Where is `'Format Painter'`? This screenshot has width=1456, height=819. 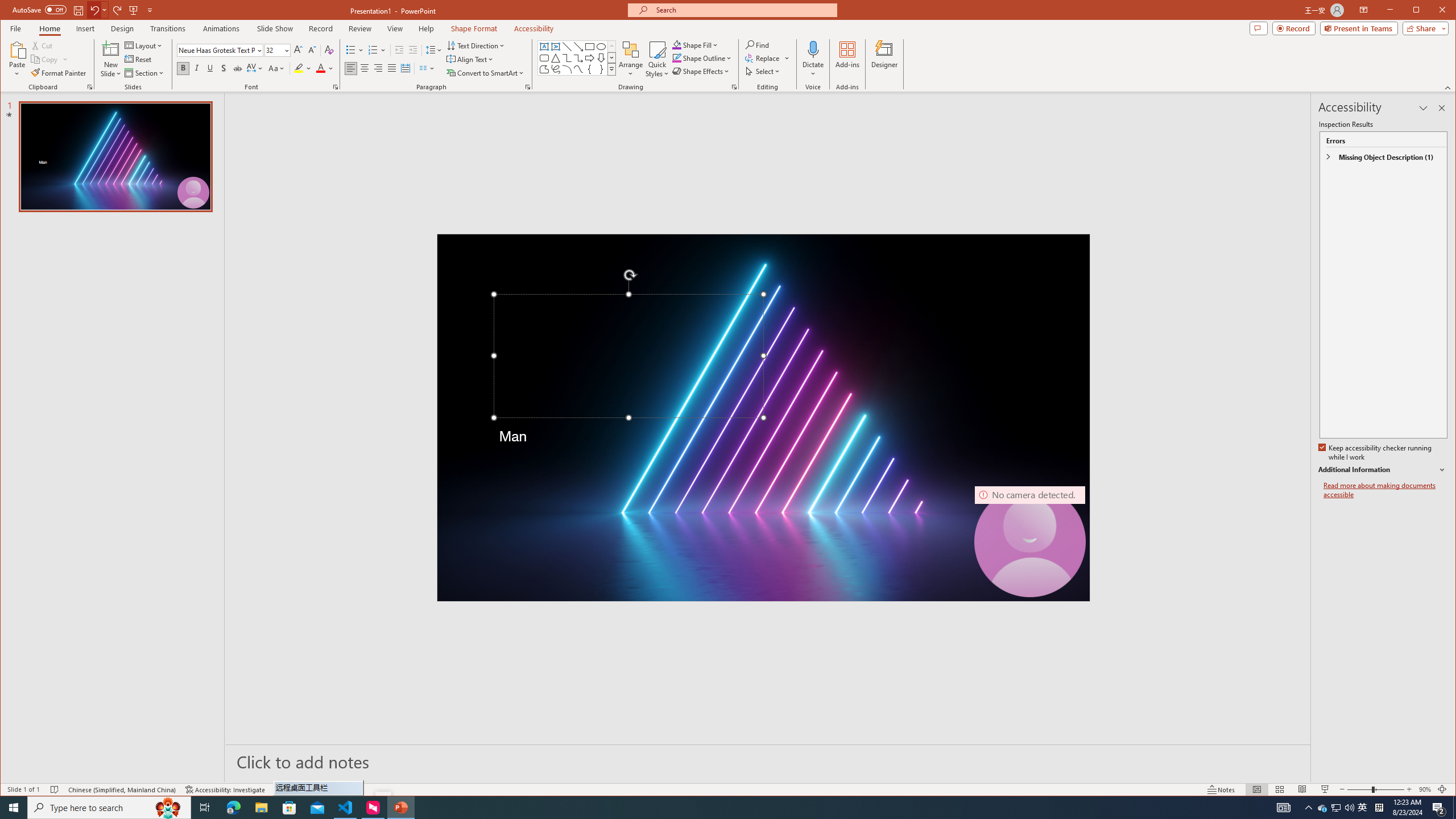
'Format Painter' is located at coordinates (59, 72).